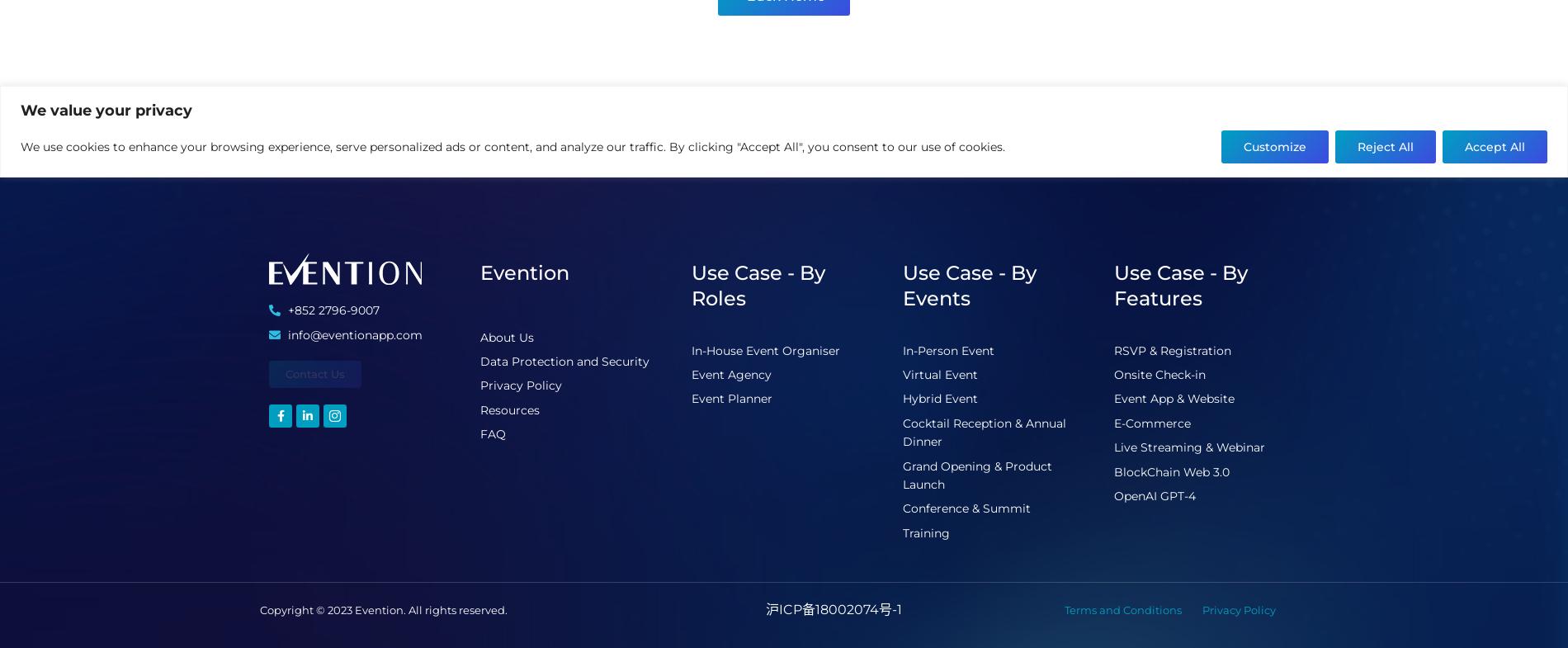 Image resolution: width=1568 pixels, height=648 pixels. What do you see at coordinates (507, 336) in the screenshot?
I see `'About Us'` at bounding box center [507, 336].